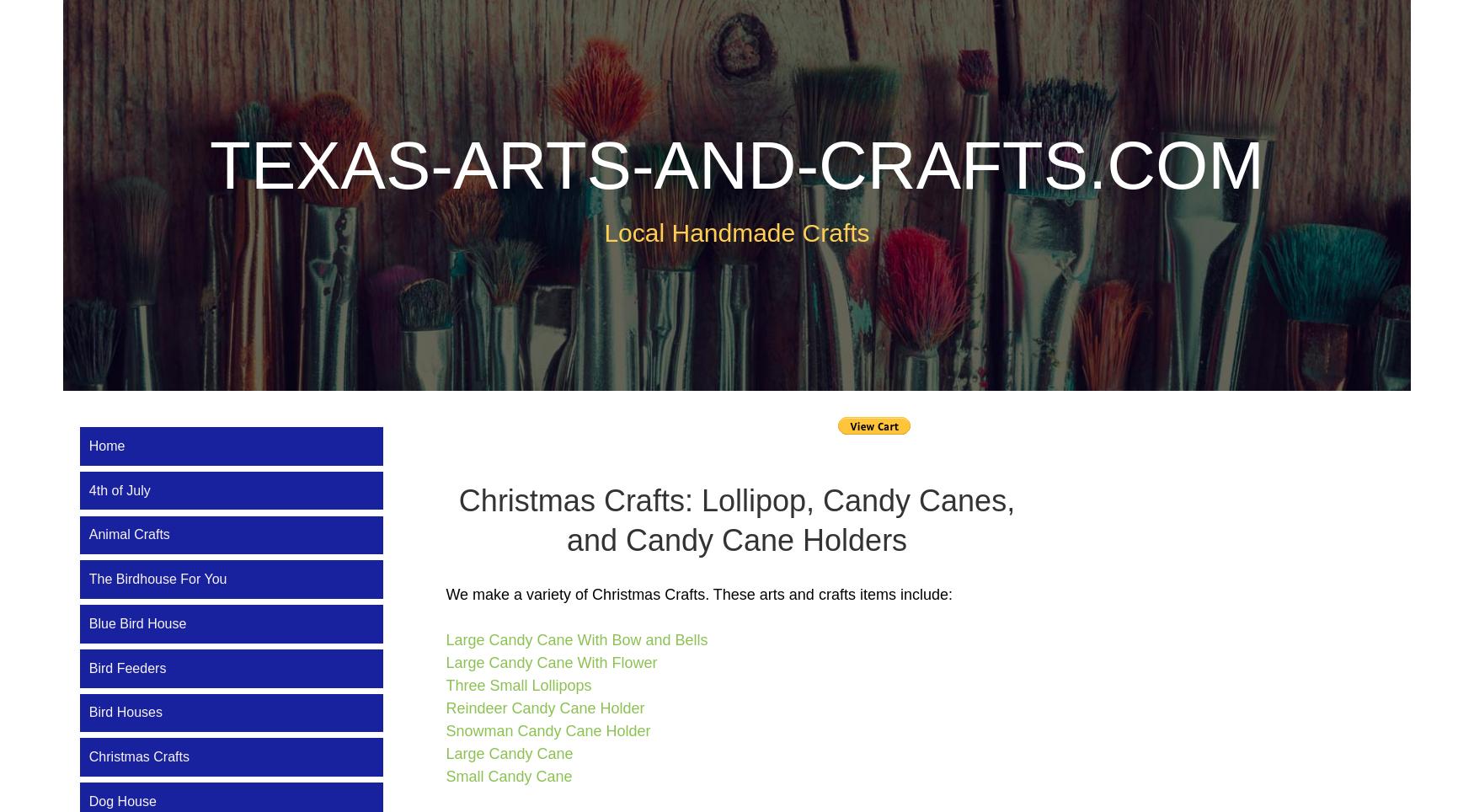 The width and height of the screenshot is (1474, 812). Describe the element at coordinates (126, 667) in the screenshot. I see `'Bird Feeders'` at that location.